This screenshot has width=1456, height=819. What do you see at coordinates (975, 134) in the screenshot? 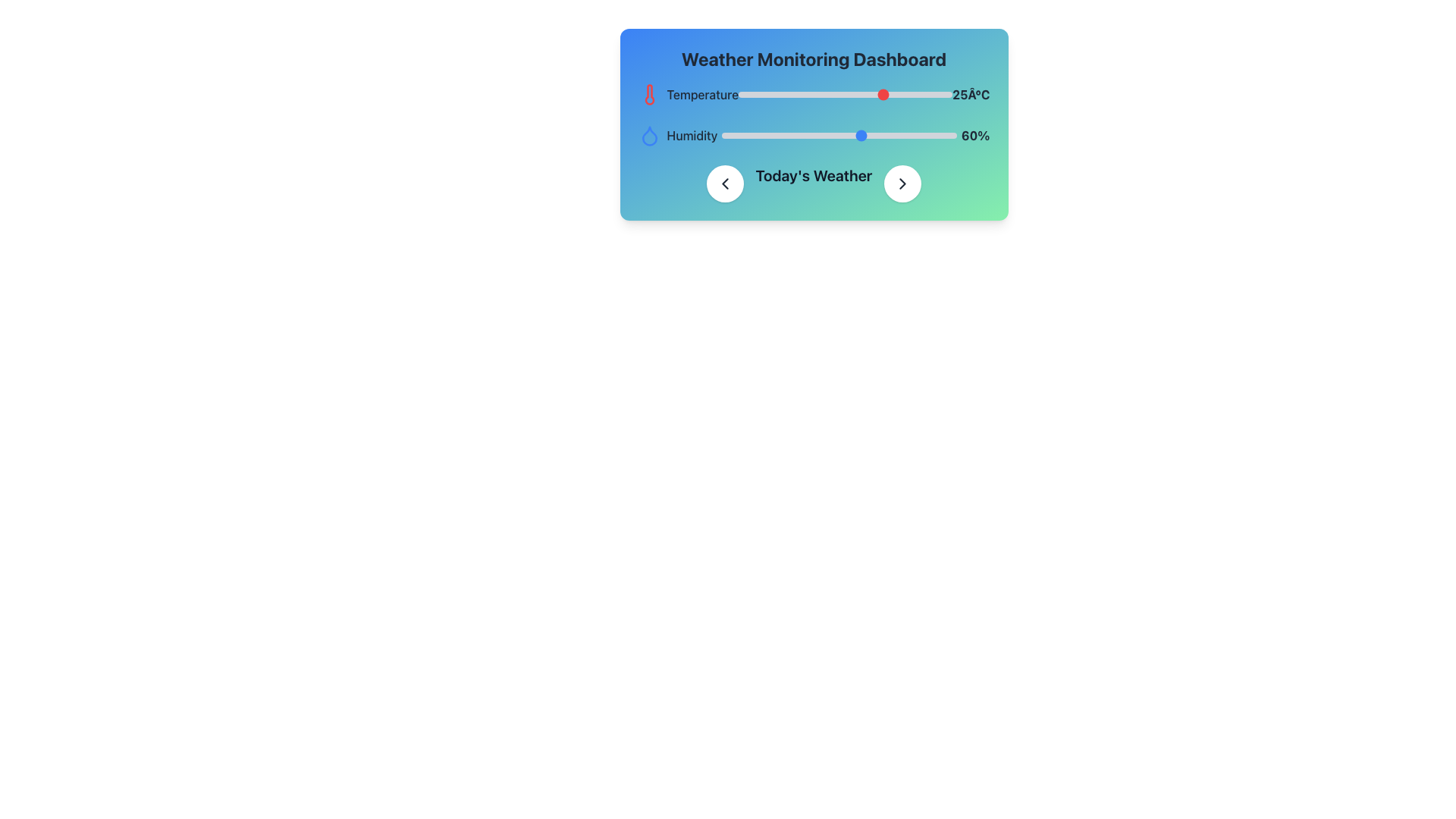
I see `the bold gray label displaying '60%' that indicates the humidity level, positioned to the right of the humidity slider` at bounding box center [975, 134].